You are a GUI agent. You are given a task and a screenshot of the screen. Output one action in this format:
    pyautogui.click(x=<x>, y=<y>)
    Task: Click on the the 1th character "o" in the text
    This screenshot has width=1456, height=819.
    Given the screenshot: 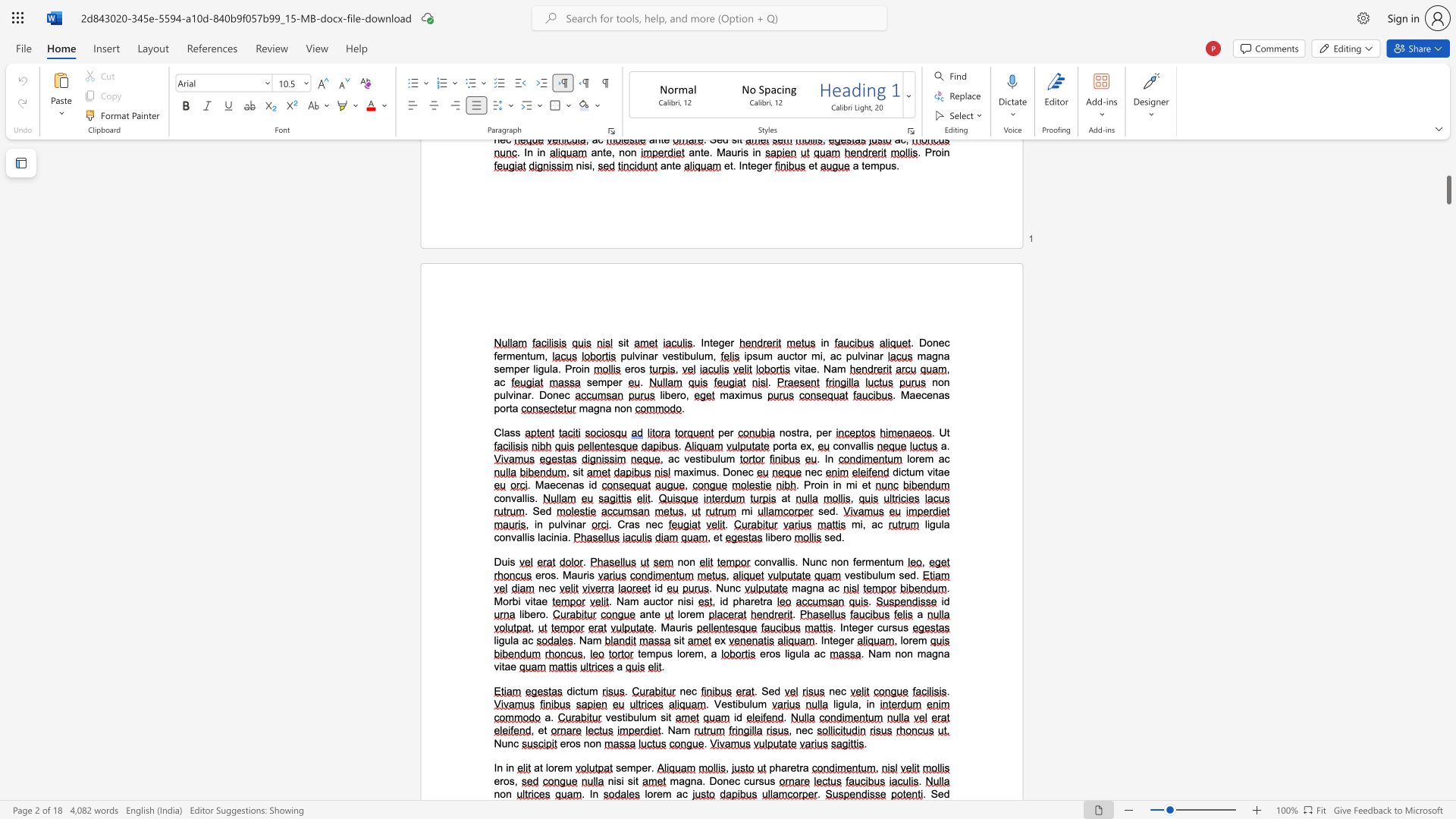 What is the action you would take?
    pyautogui.click(x=650, y=793)
    